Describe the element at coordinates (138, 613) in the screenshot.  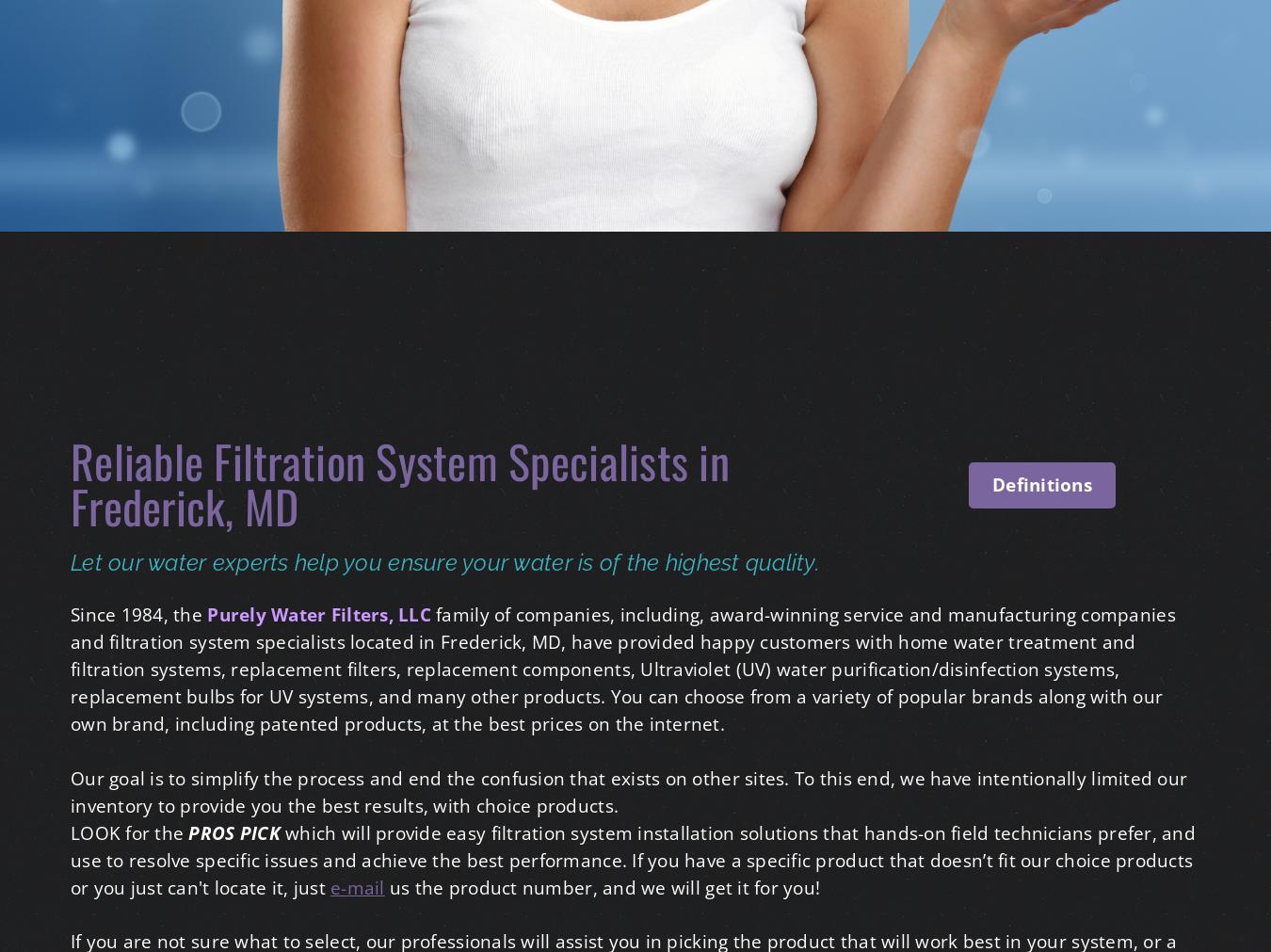
I see `'Since 1984, the'` at that location.